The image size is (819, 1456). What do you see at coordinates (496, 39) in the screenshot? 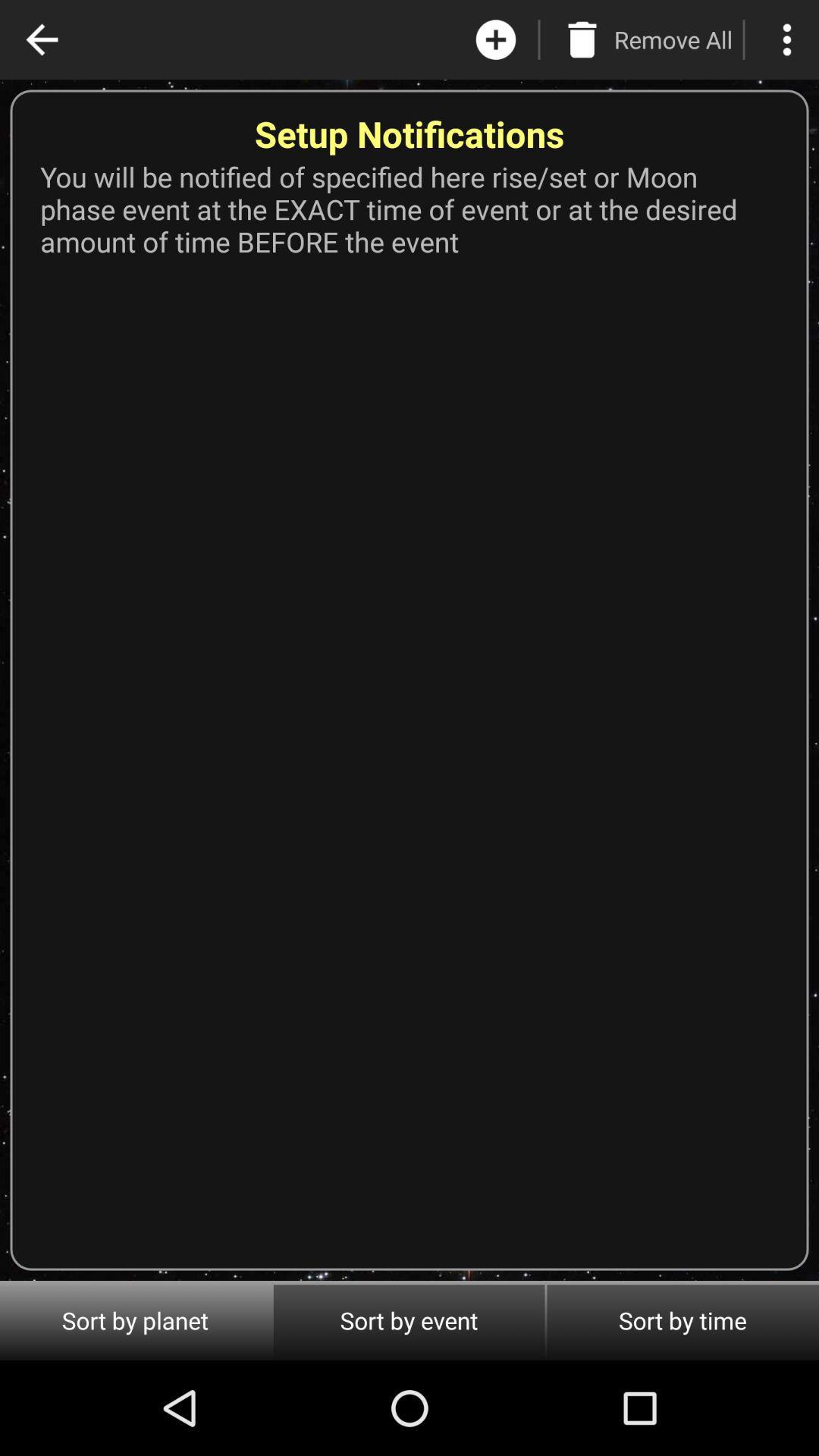
I see `event` at bounding box center [496, 39].